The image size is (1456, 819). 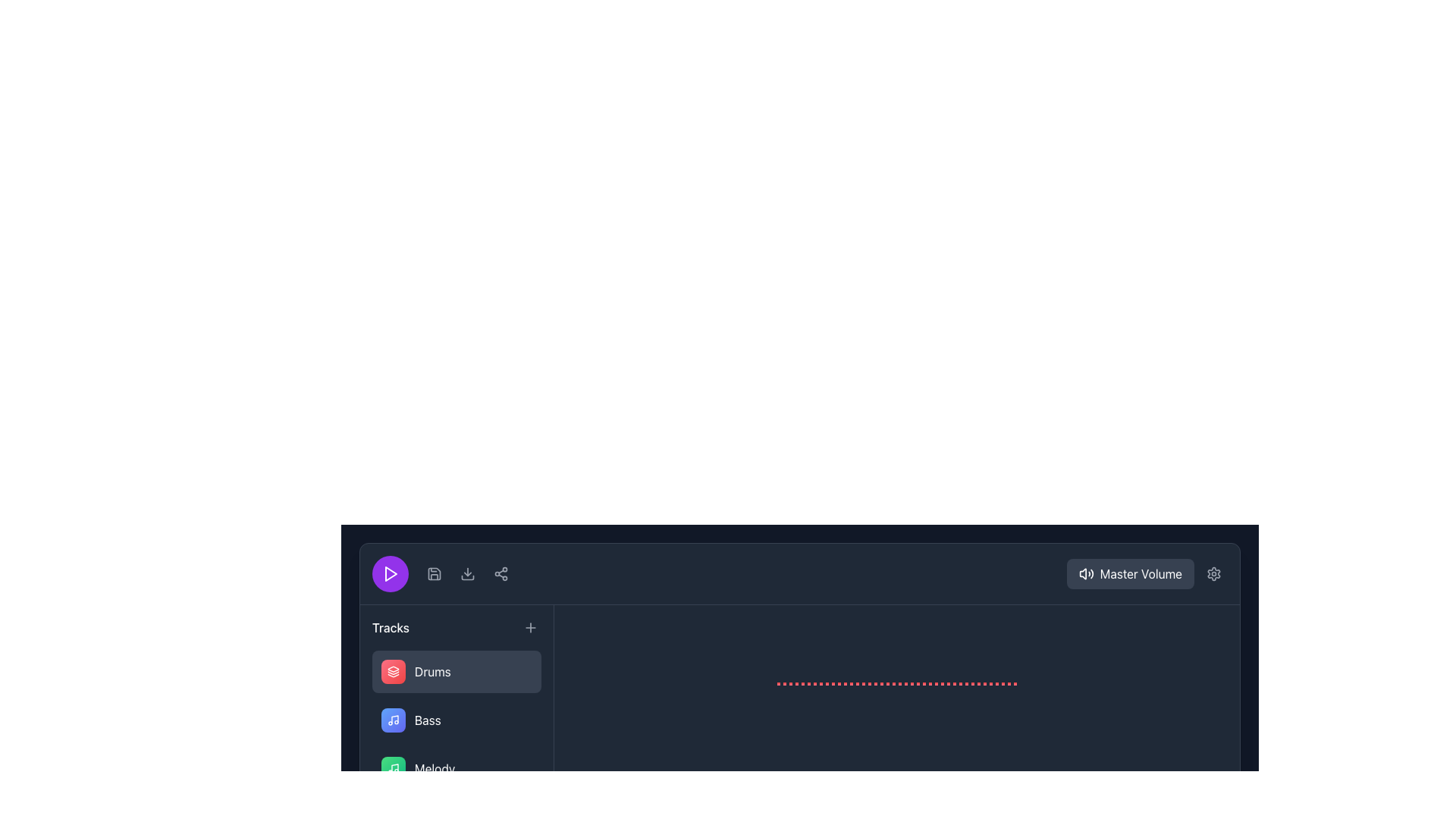 I want to click on the graphical visualization component consisting of thin vertical bars with gradient coloring from pinkish rose to deeper red, centrally positioned in the interface, so click(x=896, y=684).